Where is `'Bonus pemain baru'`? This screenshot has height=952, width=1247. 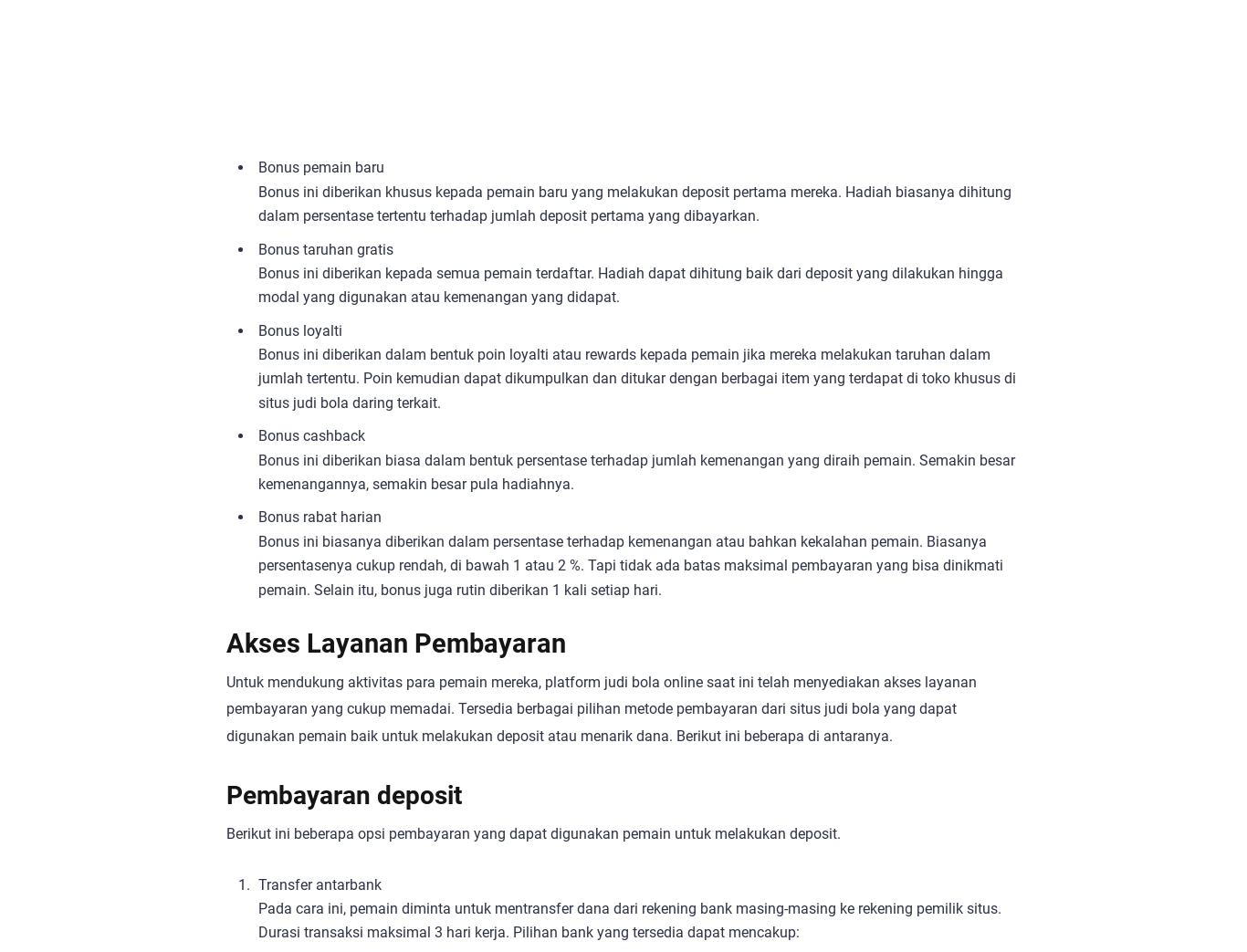 'Bonus pemain baru' is located at coordinates (320, 166).